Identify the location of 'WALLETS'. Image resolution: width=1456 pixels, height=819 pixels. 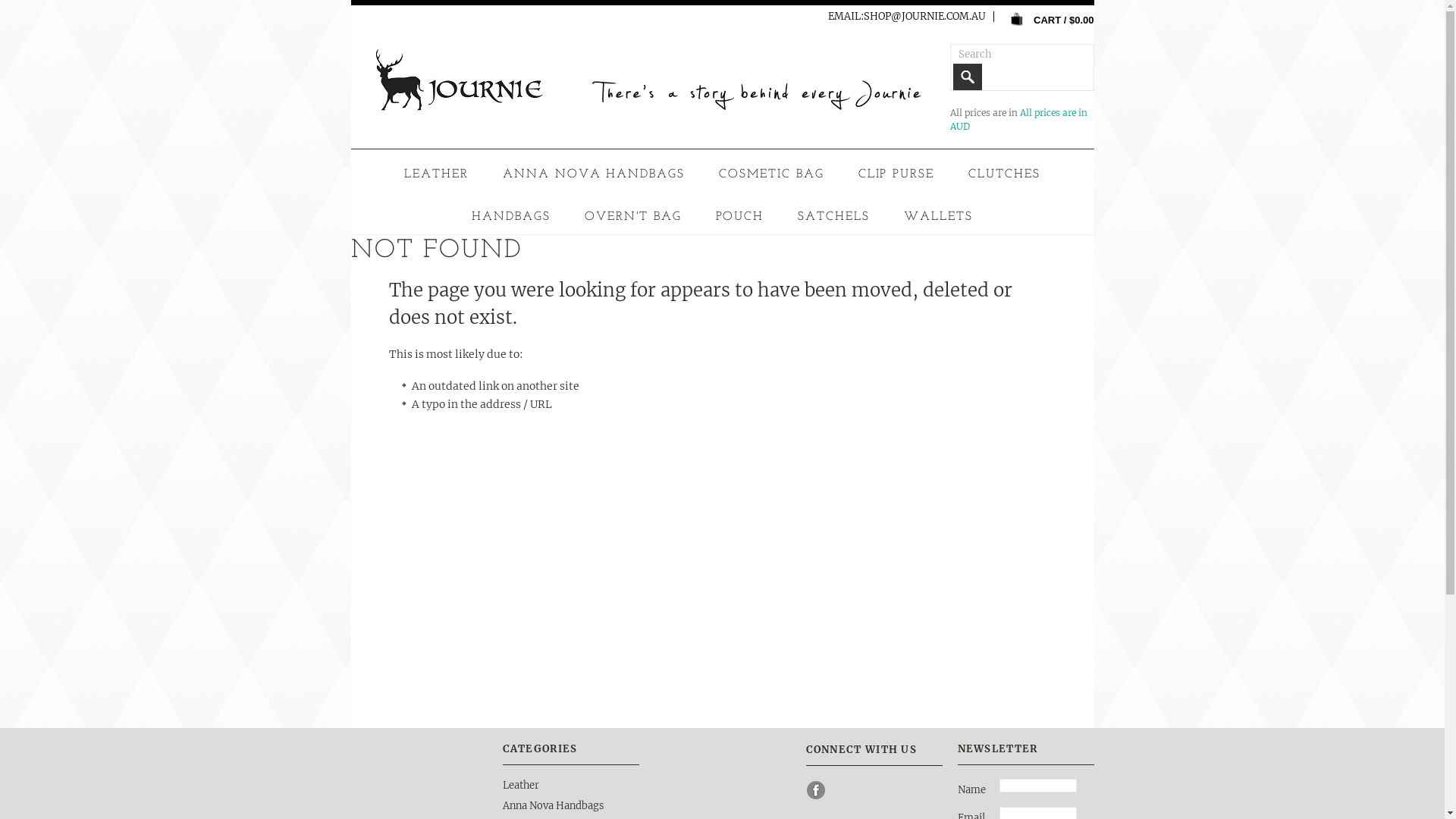
(937, 216).